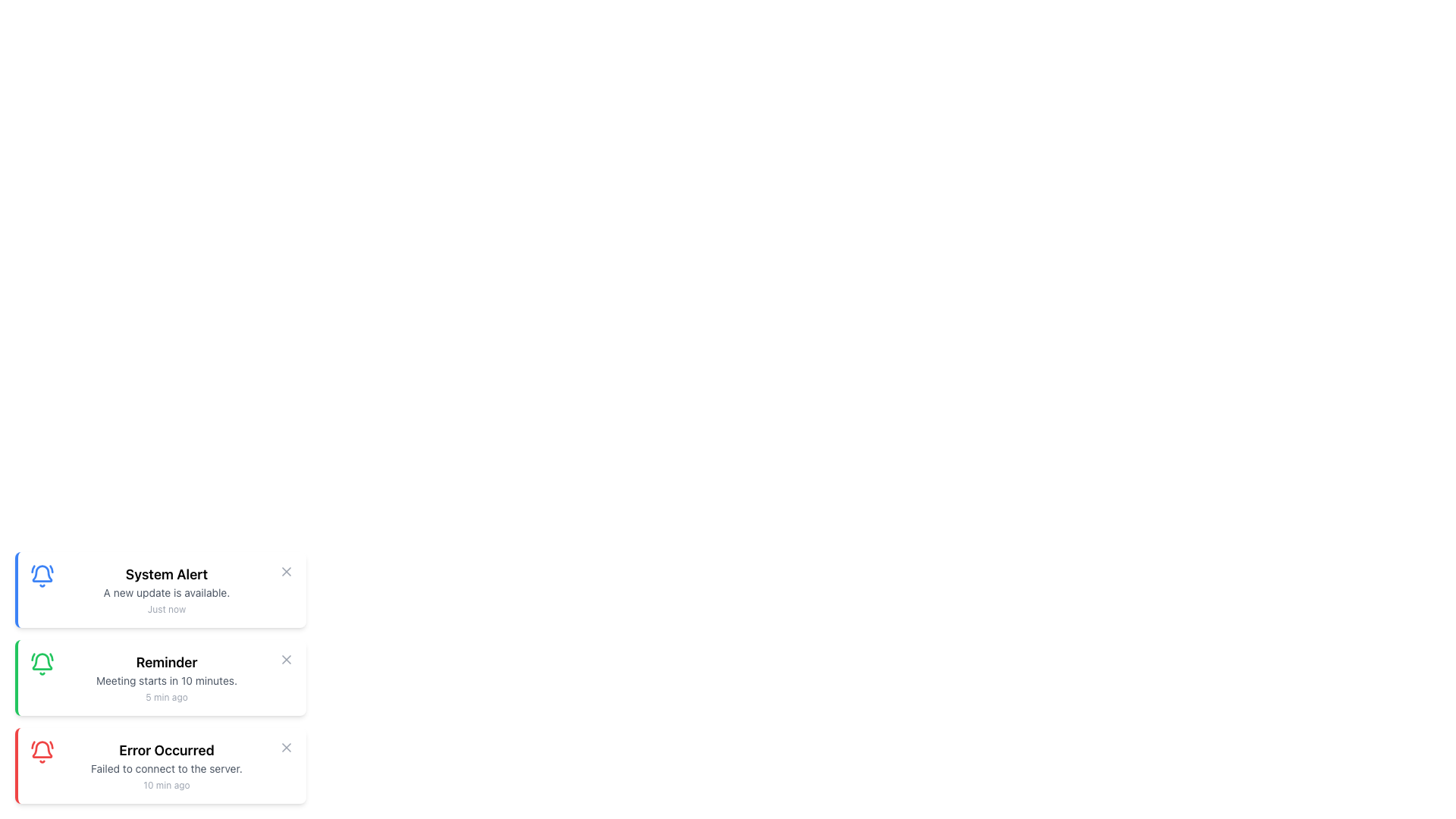 This screenshot has height=819, width=1456. What do you see at coordinates (167, 608) in the screenshot?
I see `the small text label displaying 'Just now' in light gray color, positioned beneath the notification message 'A new update is available' under the 'System Alert' notification` at bounding box center [167, 608].